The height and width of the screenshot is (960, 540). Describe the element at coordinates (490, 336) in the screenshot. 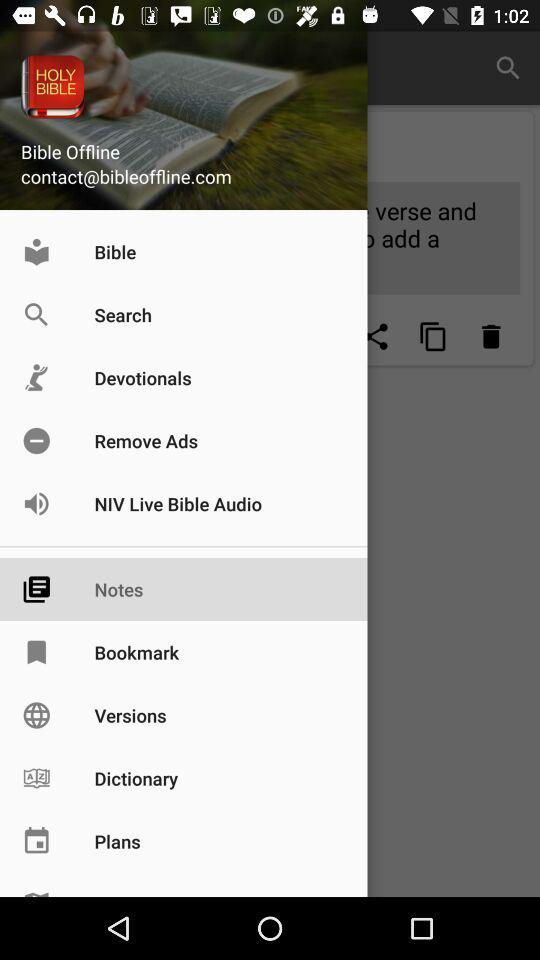

I see `delete icon which is at the right side of the page` at that location.